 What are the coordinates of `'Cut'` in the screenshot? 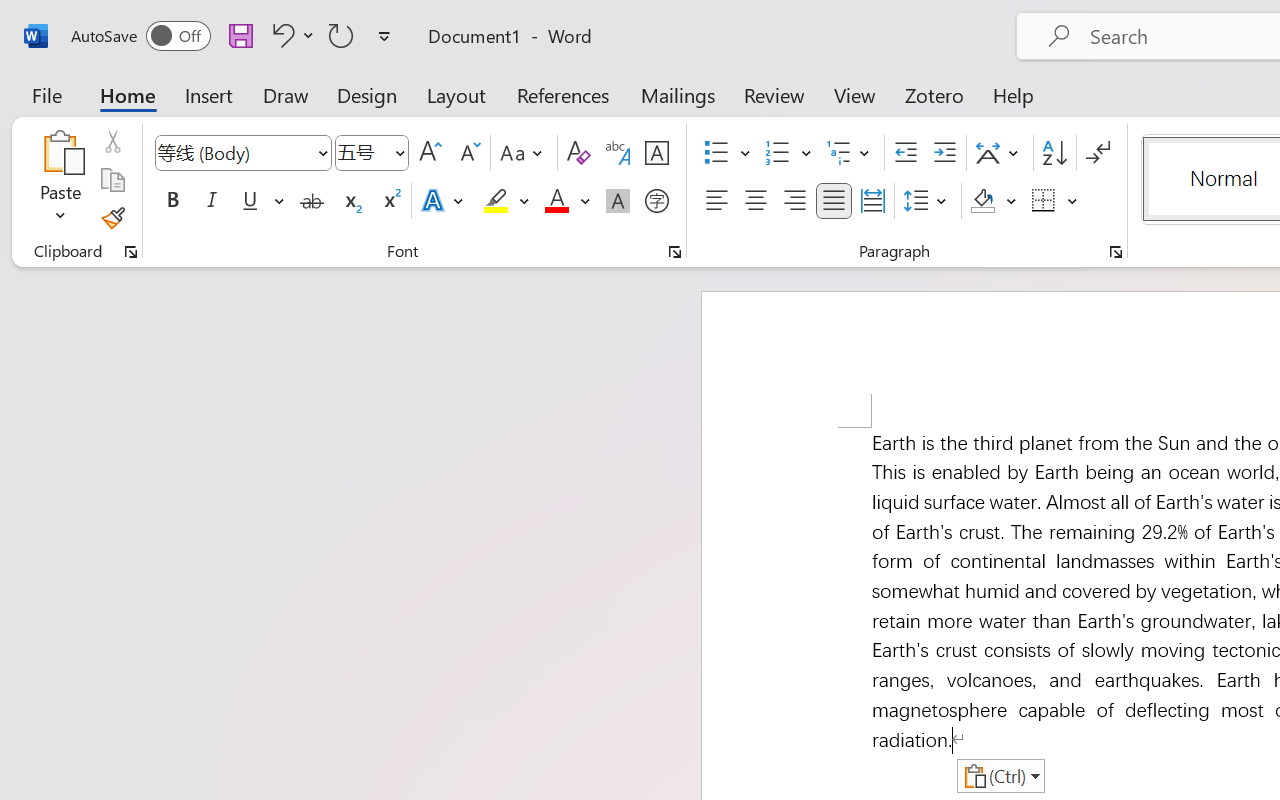 It's located at (111, 141).